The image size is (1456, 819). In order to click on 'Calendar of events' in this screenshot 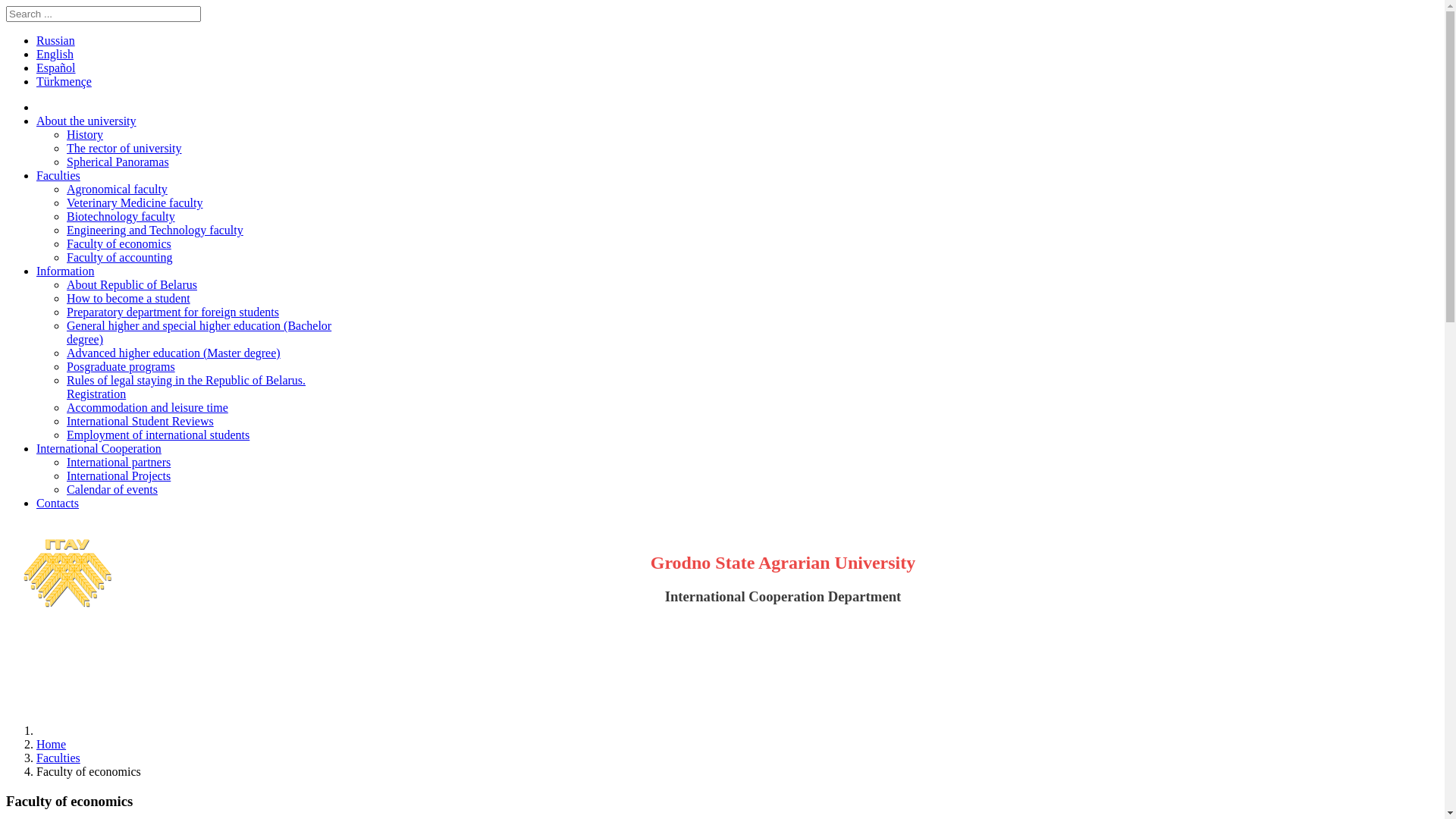, I will do `click(111, 489)`.